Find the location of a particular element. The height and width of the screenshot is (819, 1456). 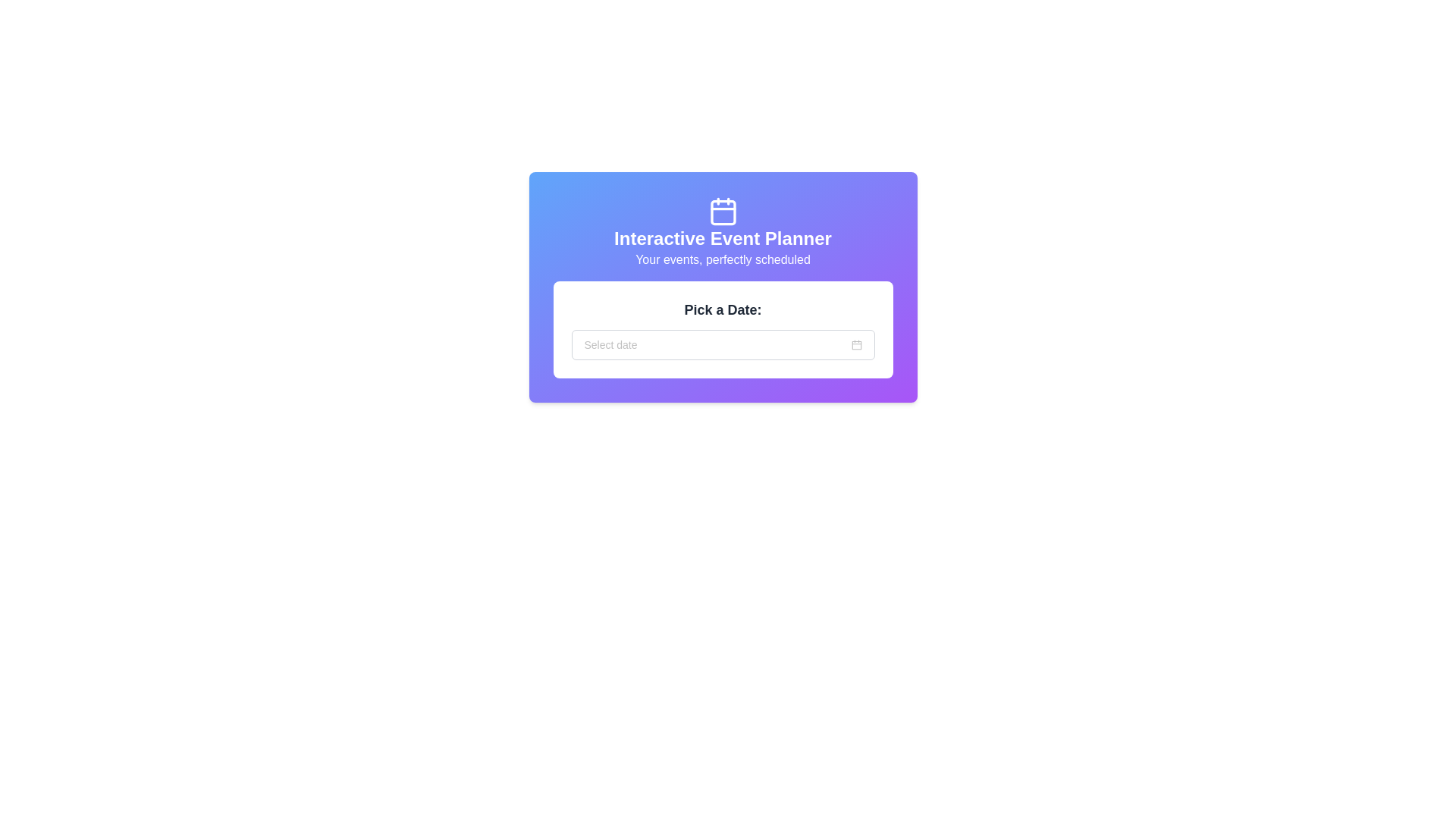

the static text label 'Pick a Date:' which is styled in gray, bold font and positioned above the date picker input field is located at coordinates (722, 309).